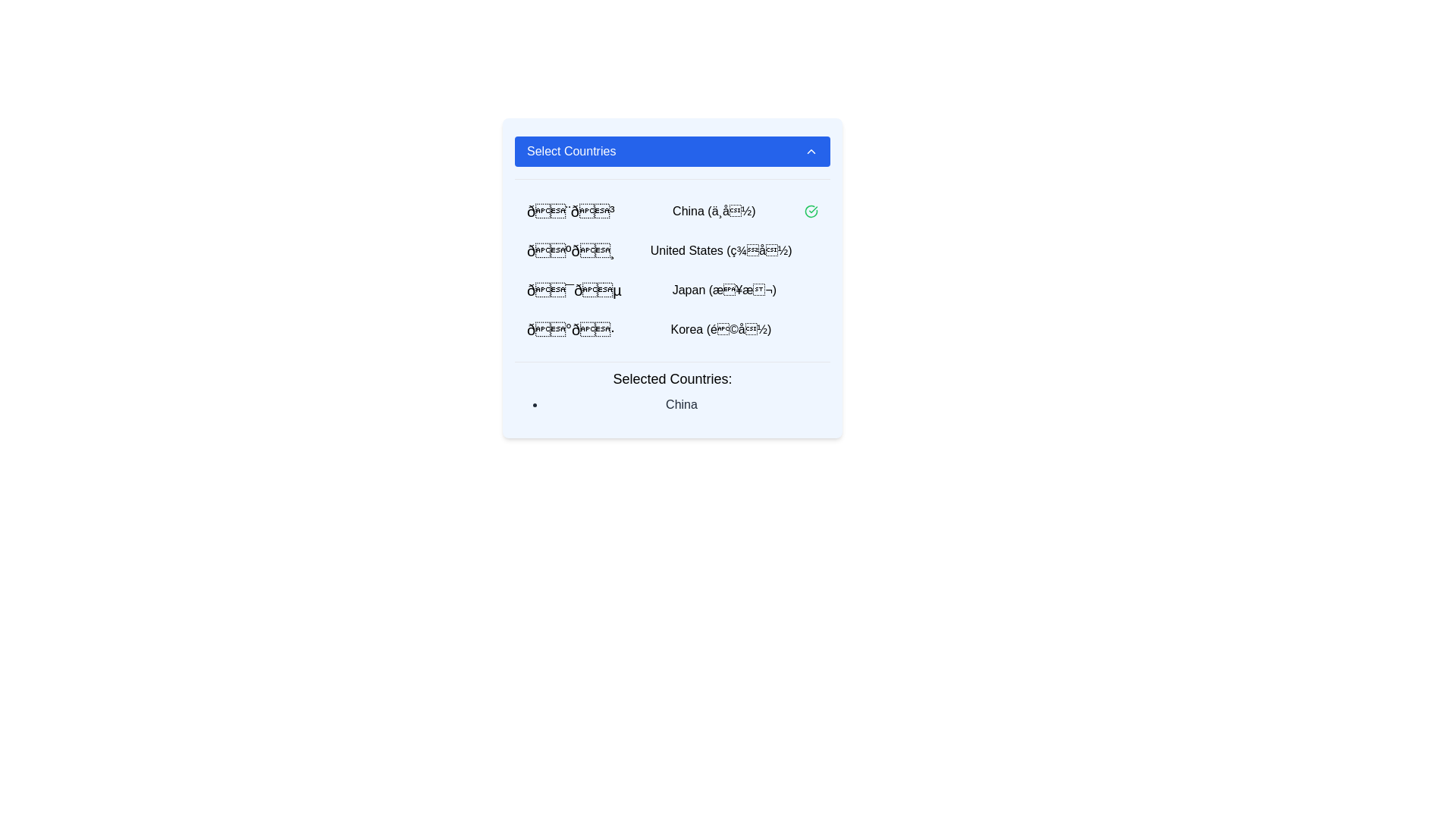 Image resolution: width=1456 pixels, height=819 pixels. What do you see at coordinates (672, 278) in the screenshot?
I see `the highlighted list item in the dropdown component that displays selectable countries with flags and names` at bounding box center [672, 278].